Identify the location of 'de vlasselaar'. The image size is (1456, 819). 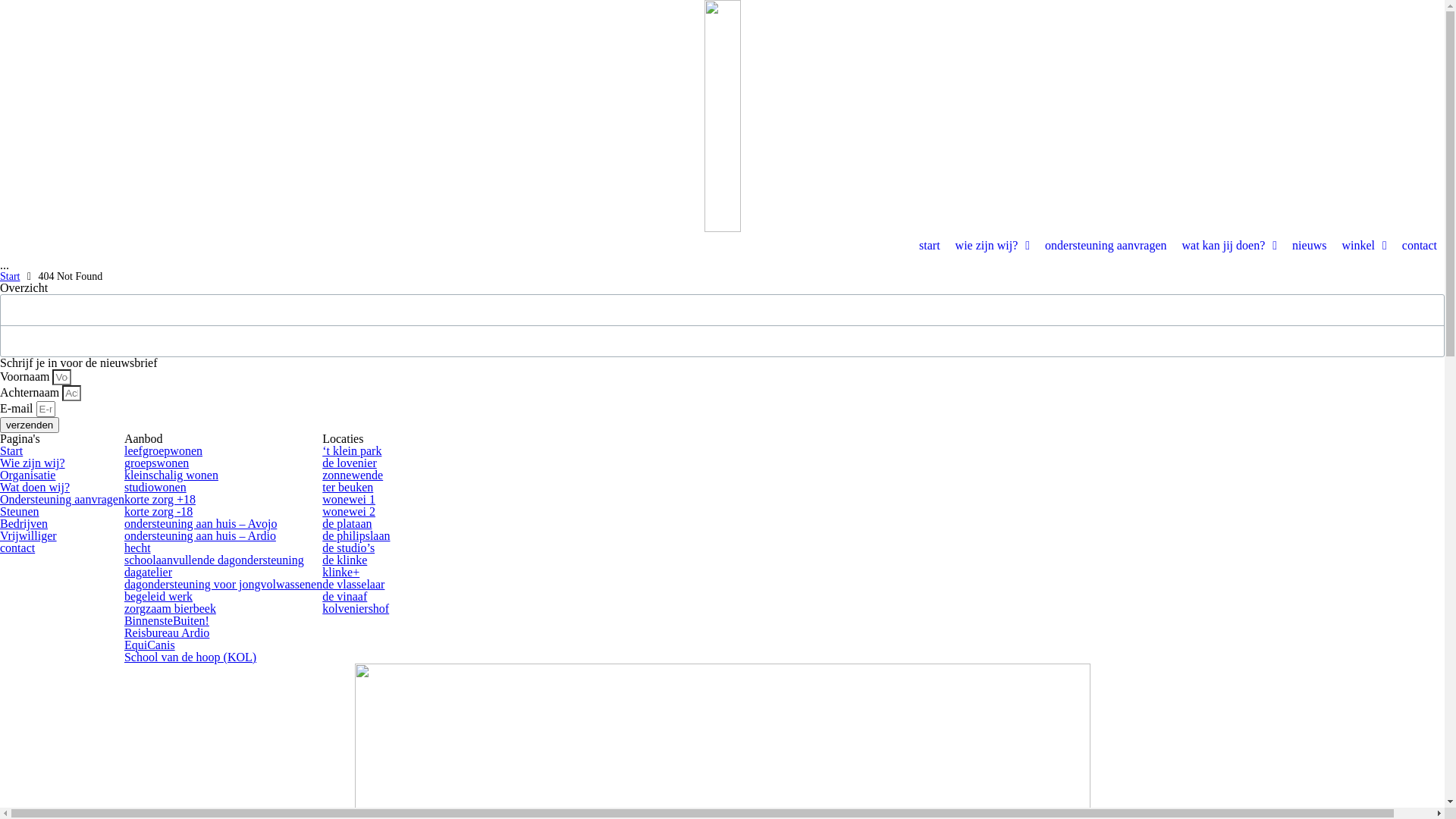
(352, 583).